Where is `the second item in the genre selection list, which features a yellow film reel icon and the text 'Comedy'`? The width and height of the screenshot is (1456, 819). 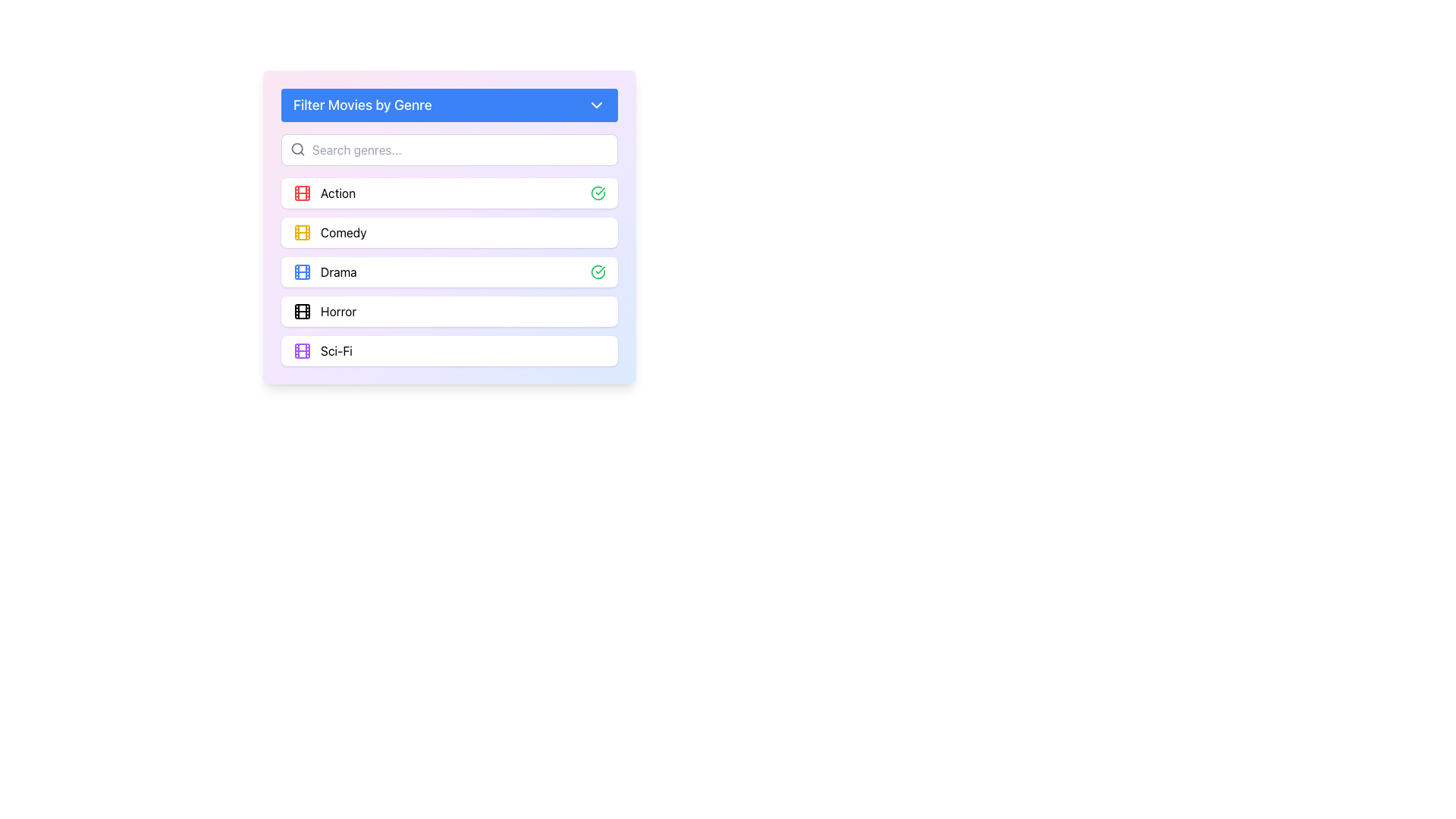 the second item in the genre selection list, which features a yellow film reel icon and the text 'Comedy' is located at coordinates (329, 233).